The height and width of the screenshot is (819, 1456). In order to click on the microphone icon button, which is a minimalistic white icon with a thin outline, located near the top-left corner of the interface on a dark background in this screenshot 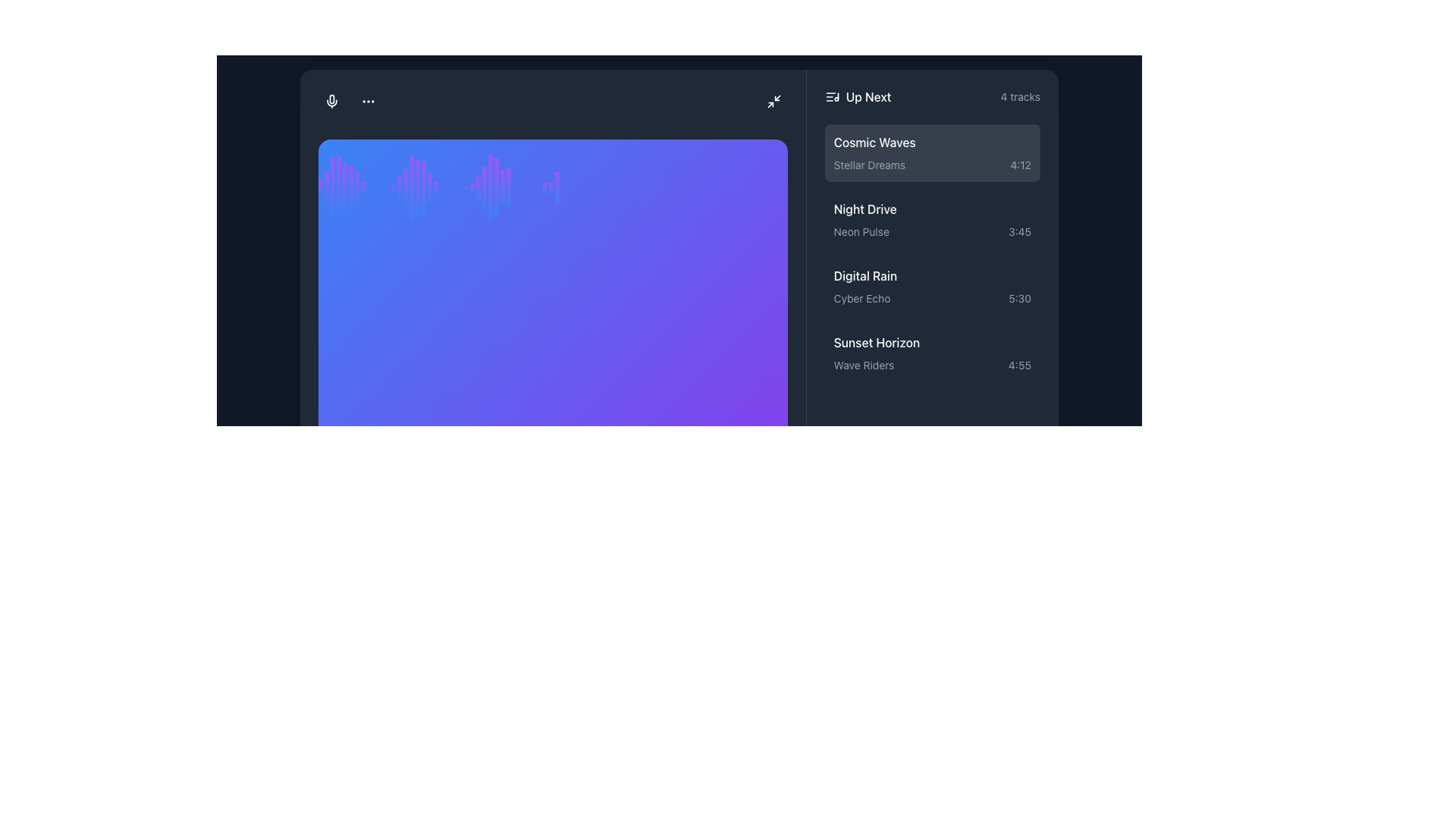, I will do `click(331, 100)`.